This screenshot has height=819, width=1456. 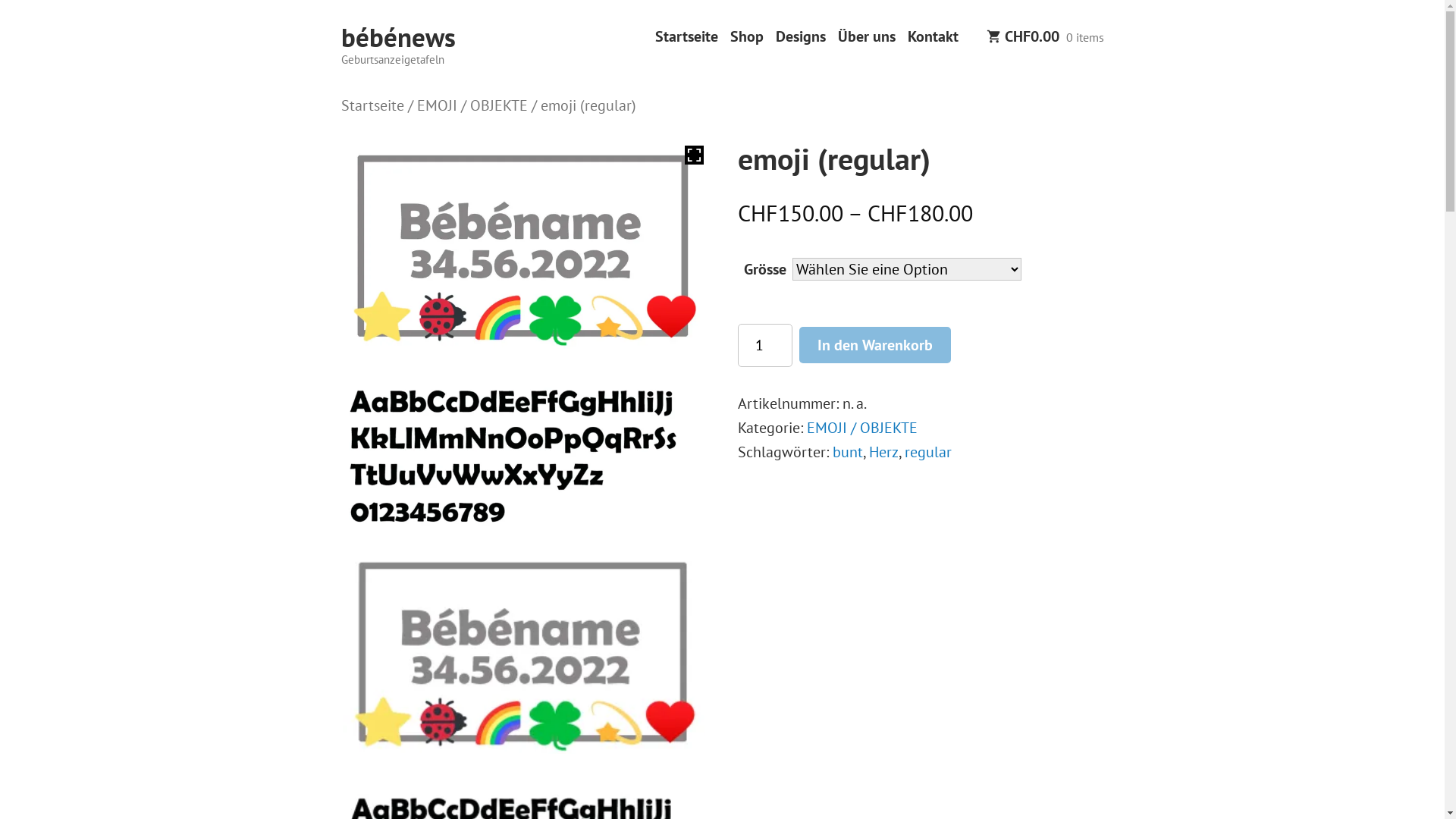 I want to click on 'Startseite', so click(x=686, y=36).